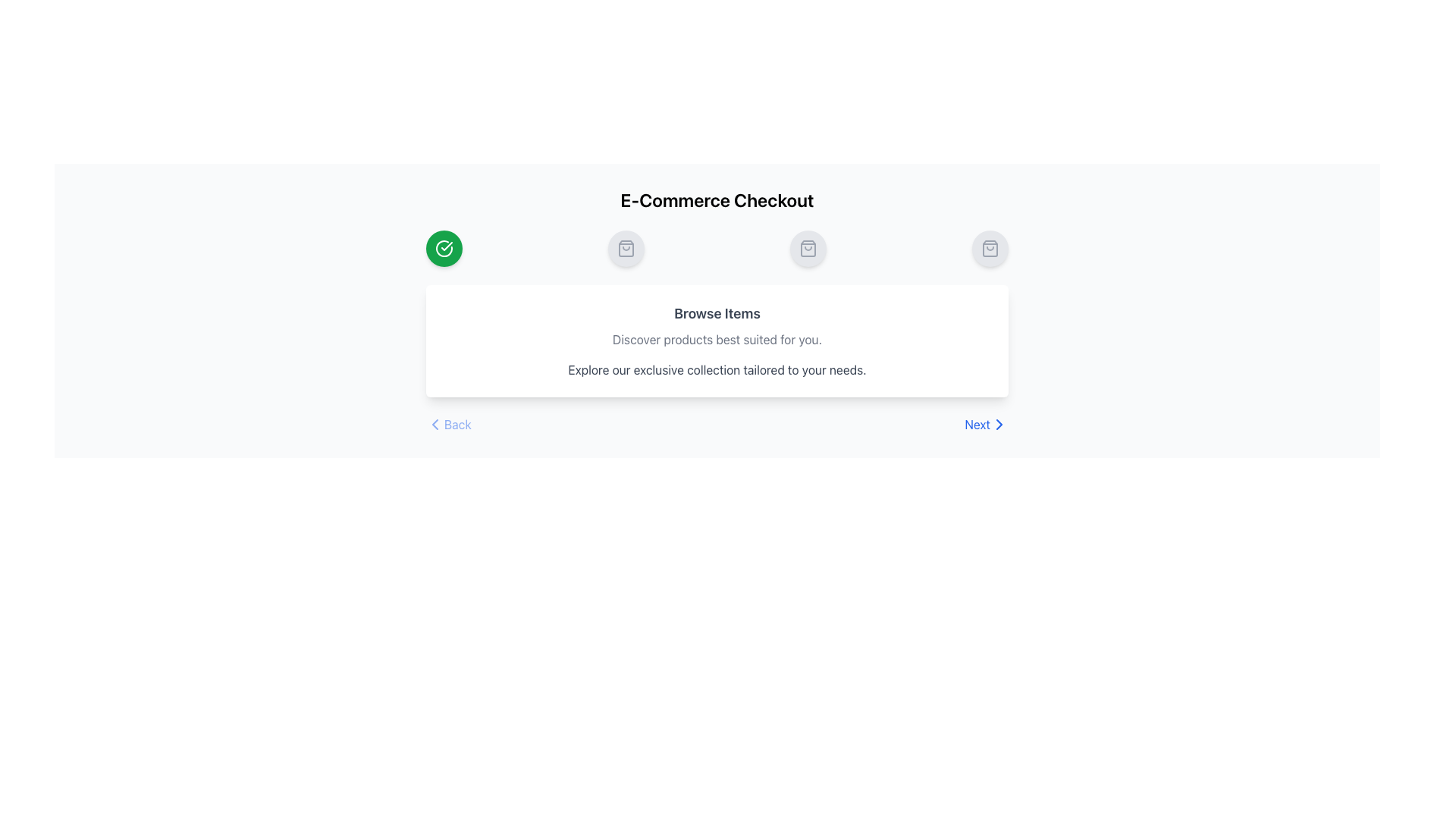 This screenshot has width=1456, height=819. Describe the element at coordinates (807, 247) in the screenshot. I see `the circular button with a light gray background and a shopping bag icon` at that location.